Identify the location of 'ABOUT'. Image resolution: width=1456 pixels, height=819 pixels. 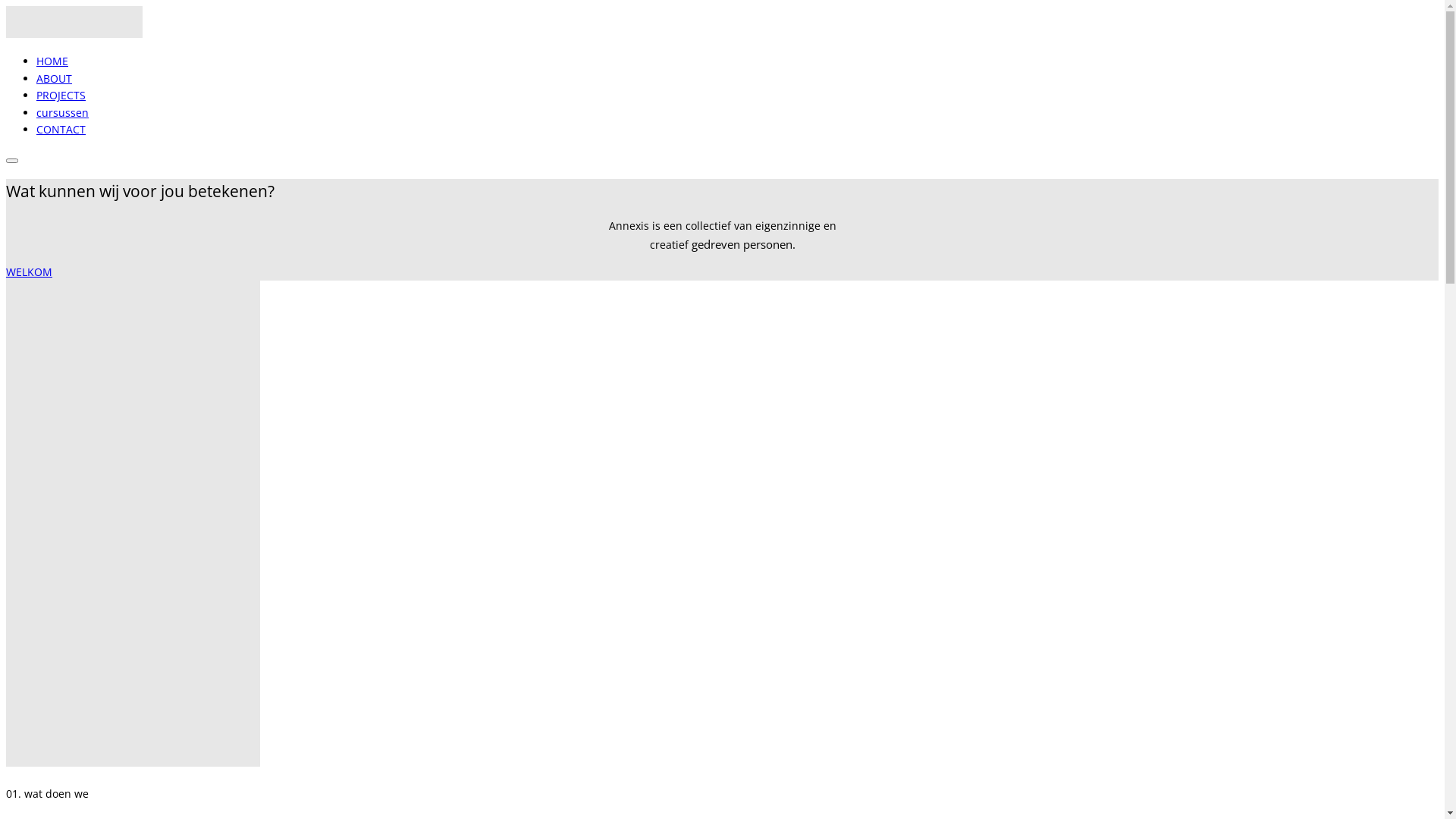
(54, 78).